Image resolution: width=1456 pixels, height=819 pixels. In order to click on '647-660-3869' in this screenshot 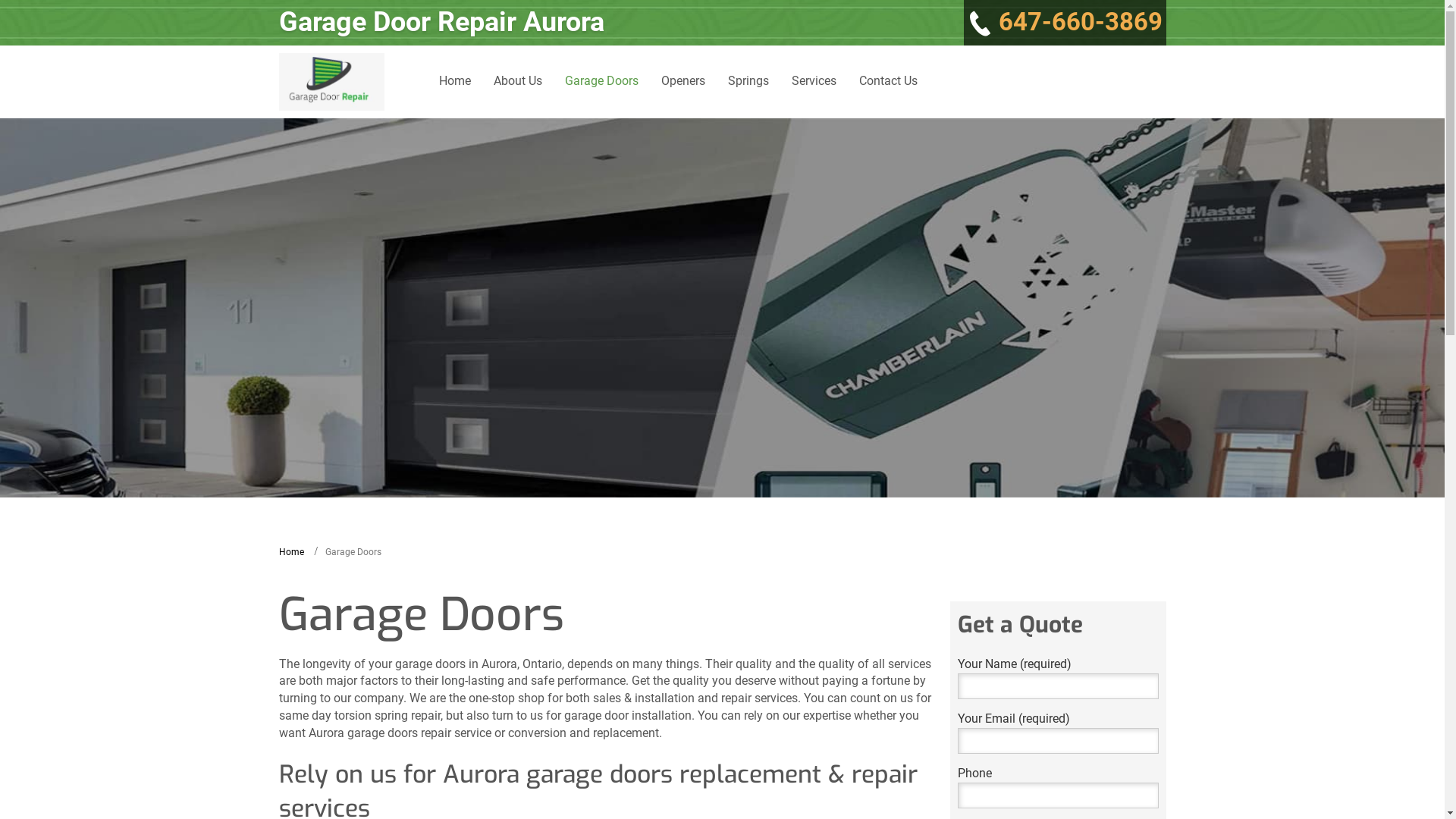, I will do `click(1063, 23)`.